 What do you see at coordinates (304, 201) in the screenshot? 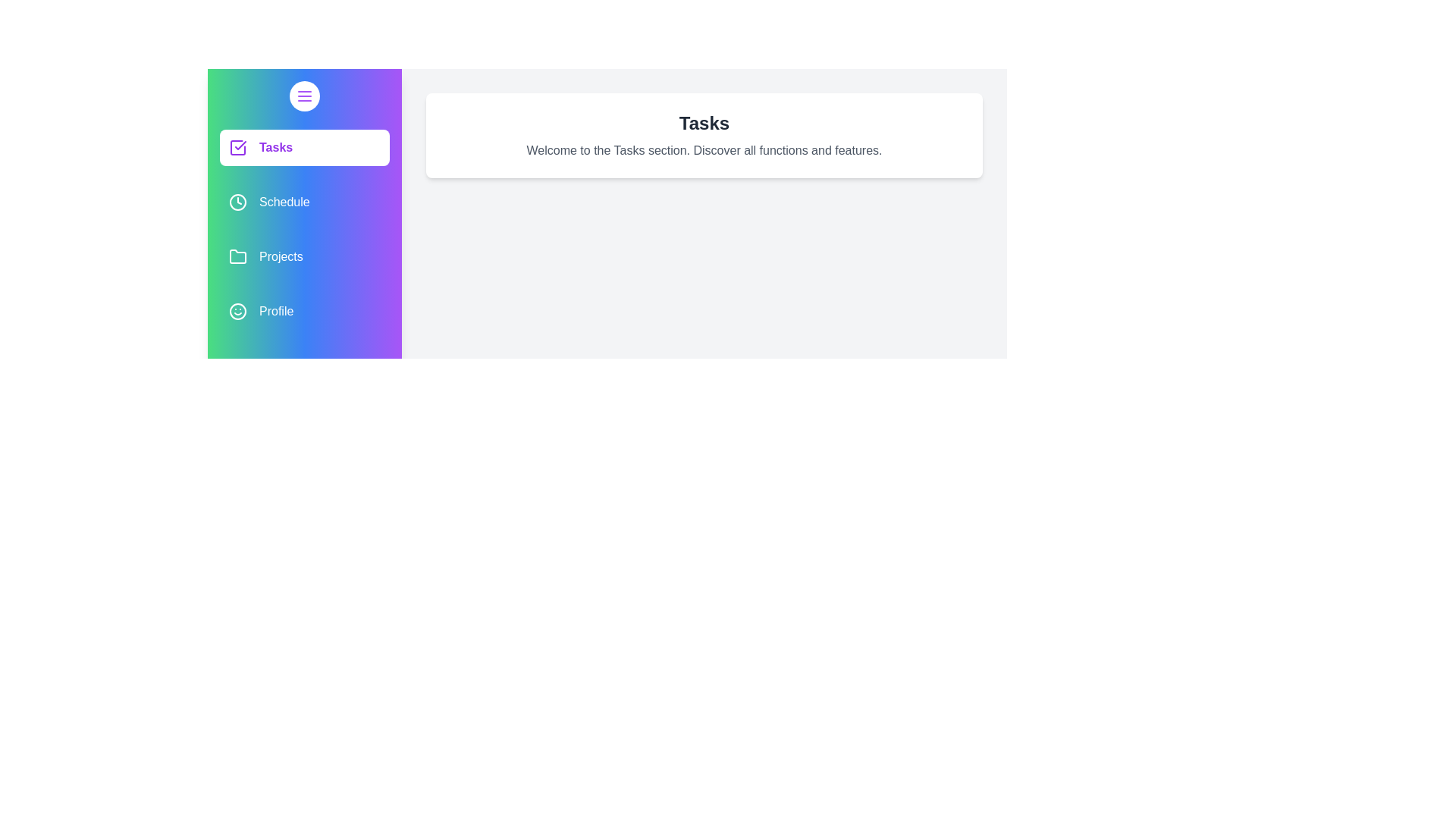
I see `the Schedule section by clicking on its corresponding item in the list` at bounding box center [304, 201].